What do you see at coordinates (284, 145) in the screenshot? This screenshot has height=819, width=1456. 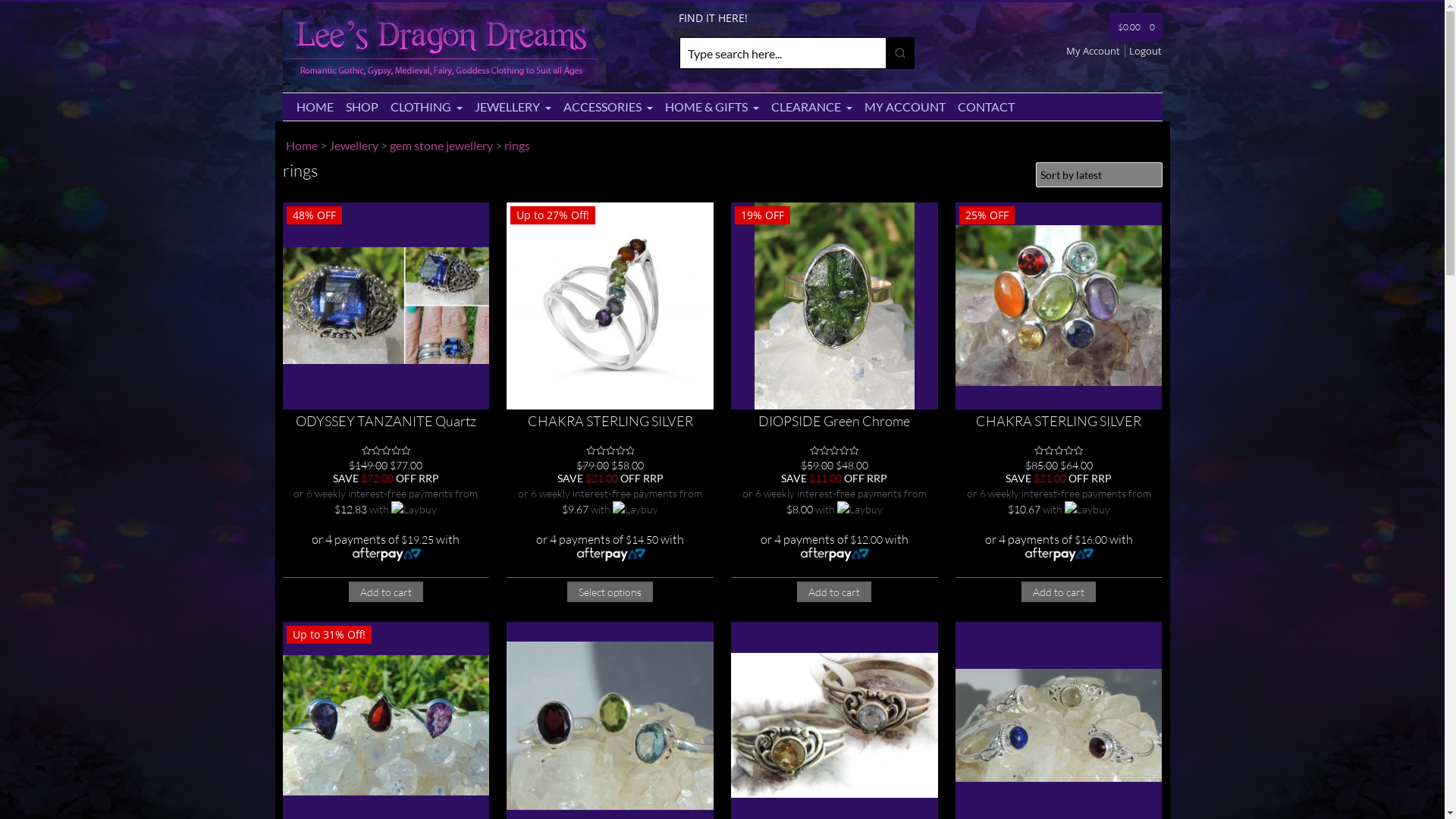 I see `'Home'` at bounding box center [284, 145].